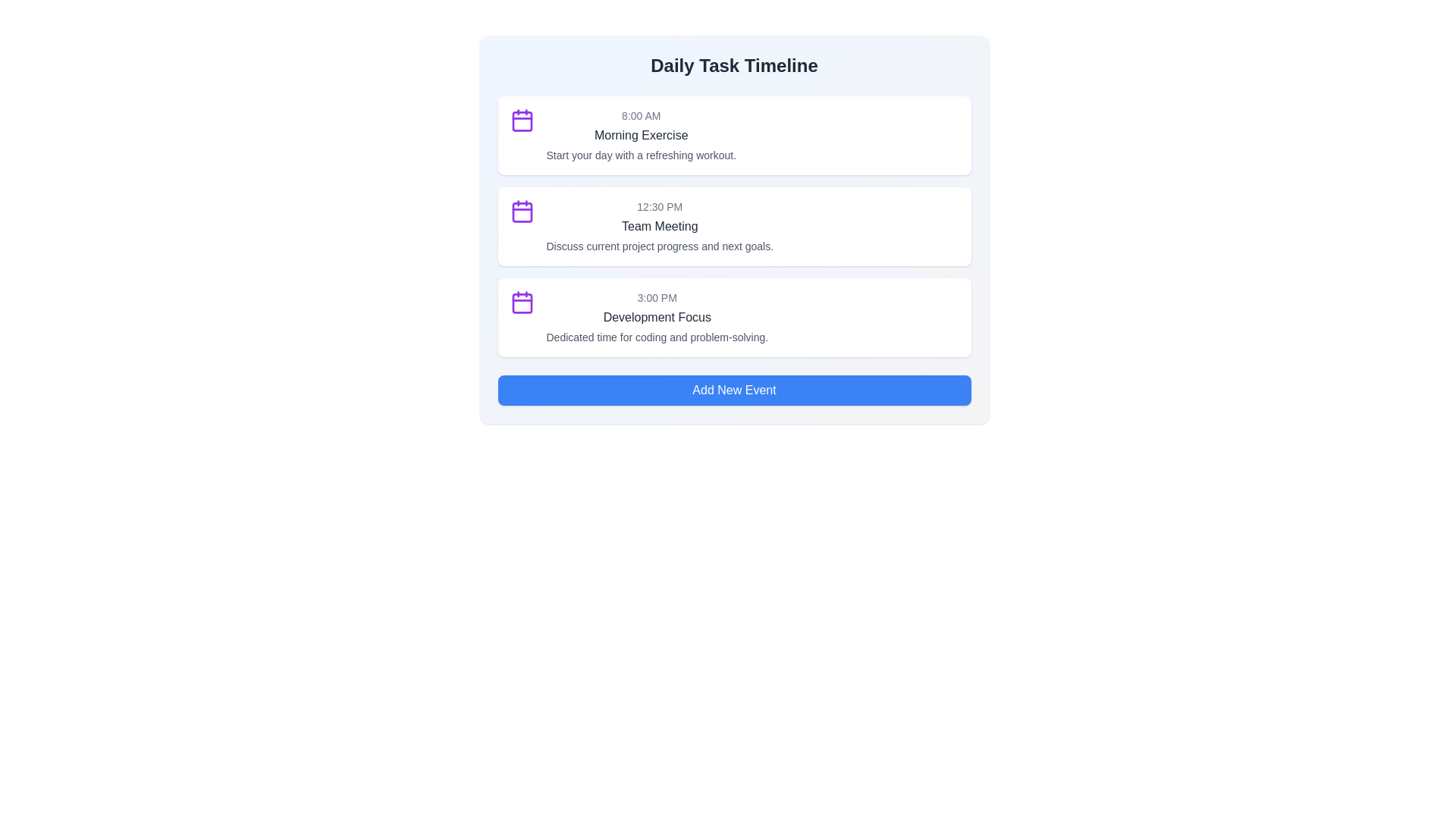 The width and height of the screenshot is (1456, 819). What do you see at coordinates (734, 227) in the screenshot?
I see `the second card in the 'Daily Task Timeline' that represents a scheduled event or task, located between 'Morning Exercise' and 'Development Focus'` at bounding box center [734, 227].